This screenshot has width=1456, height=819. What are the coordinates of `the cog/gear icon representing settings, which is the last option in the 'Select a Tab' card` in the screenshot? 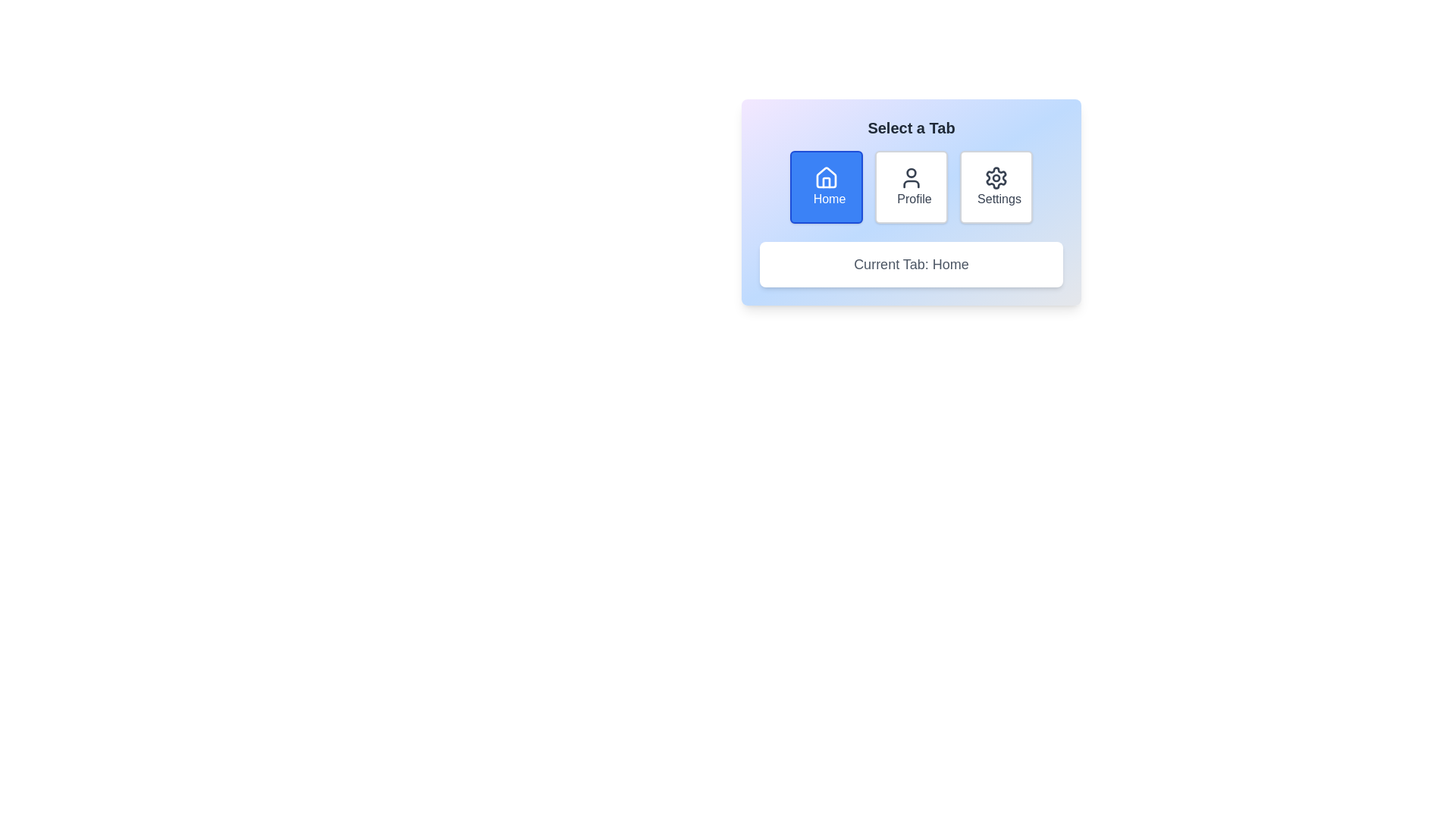 It's located at (996, 177).